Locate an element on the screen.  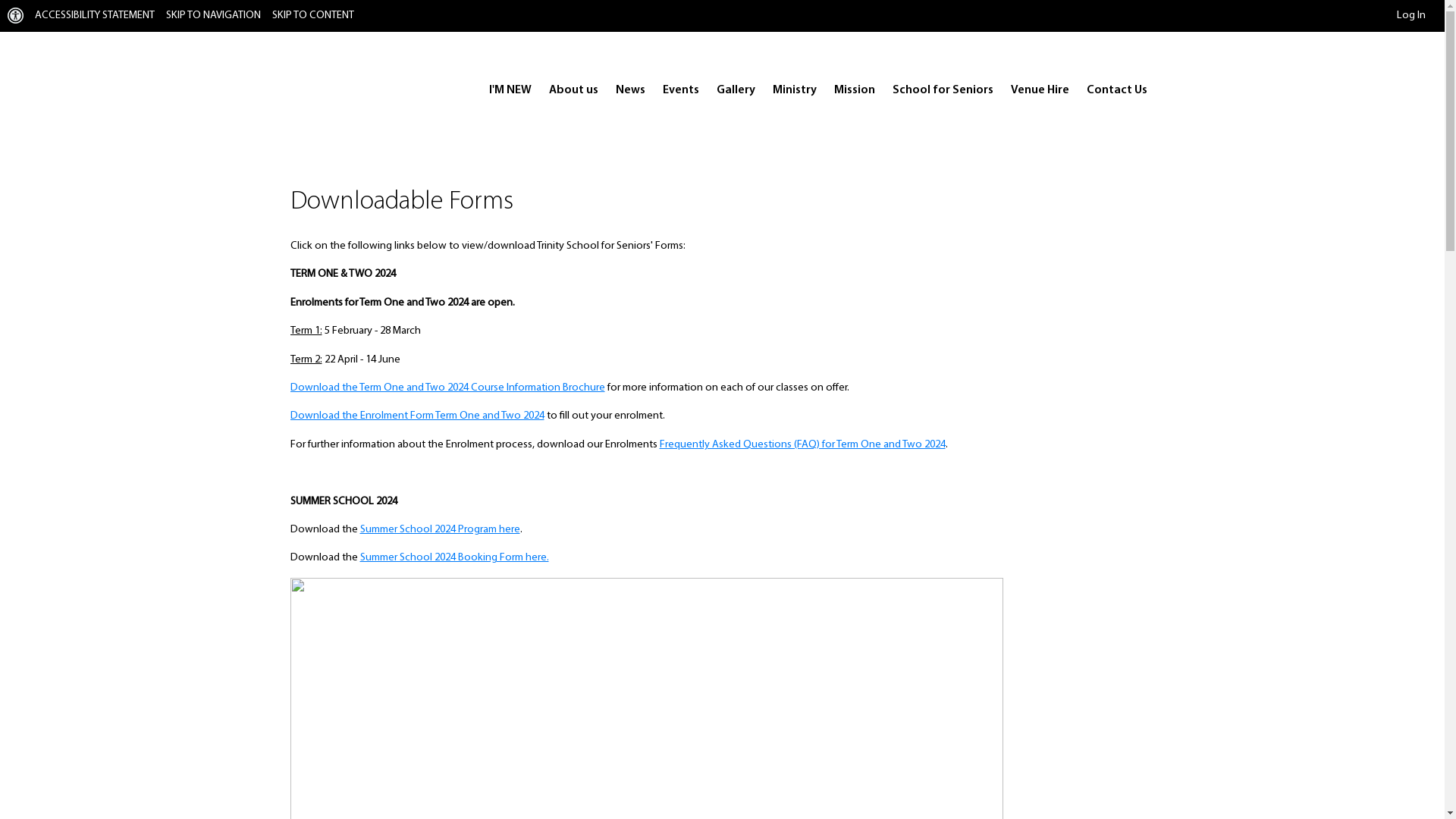
'Summer School 2024 Program here' is located at coordinates (438, 529).